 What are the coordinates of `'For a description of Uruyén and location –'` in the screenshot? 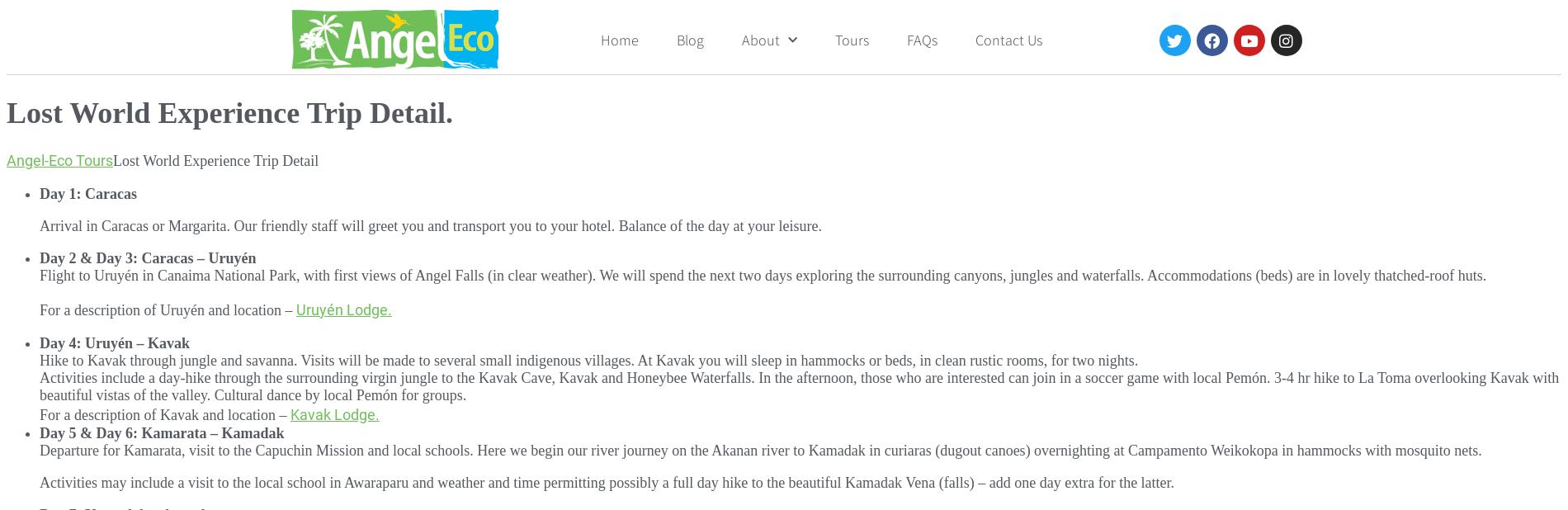 It's located at (167, 309).